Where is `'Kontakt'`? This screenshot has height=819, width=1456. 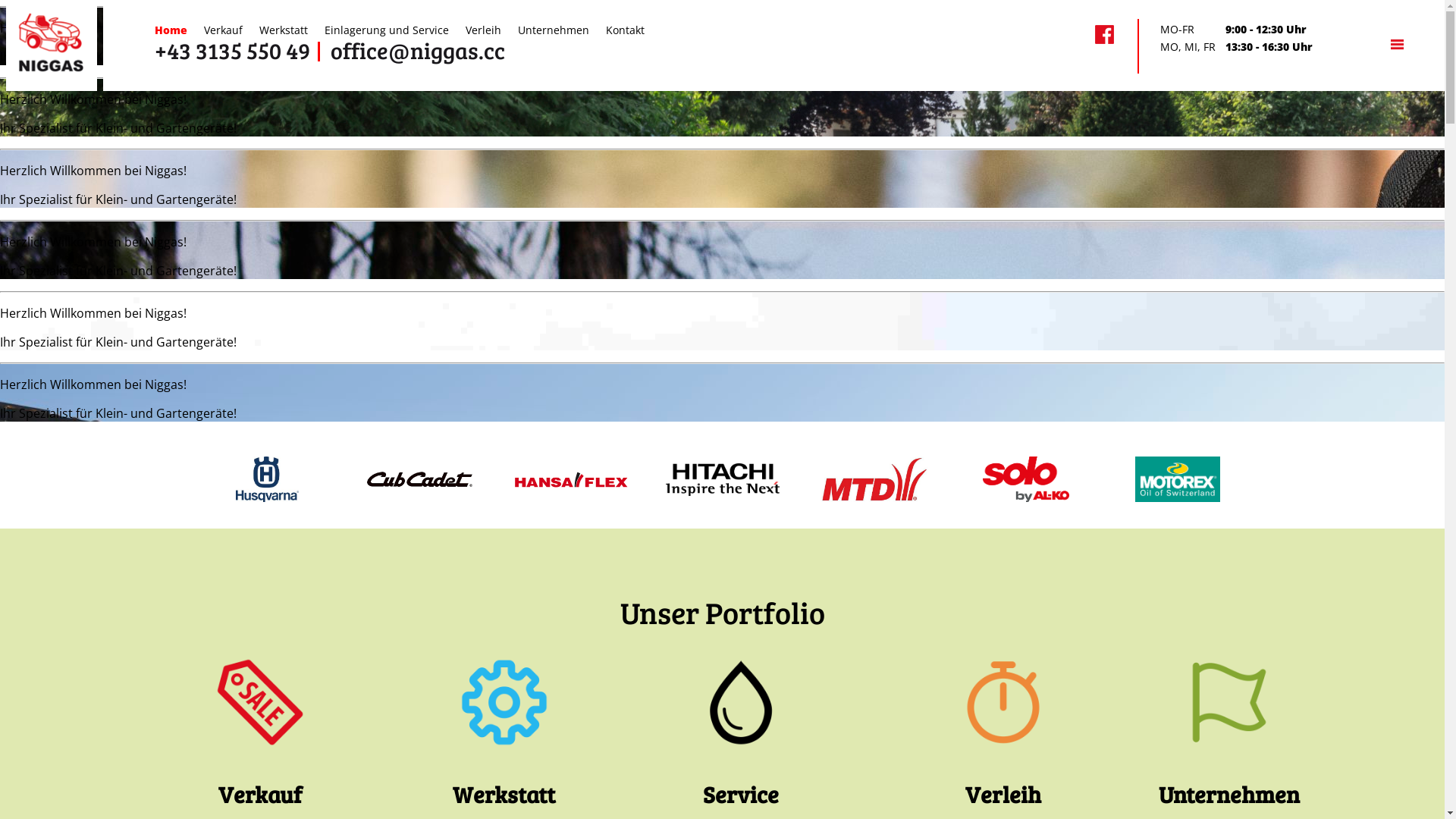
'Kontakt' is located at coordinates (625, 30).